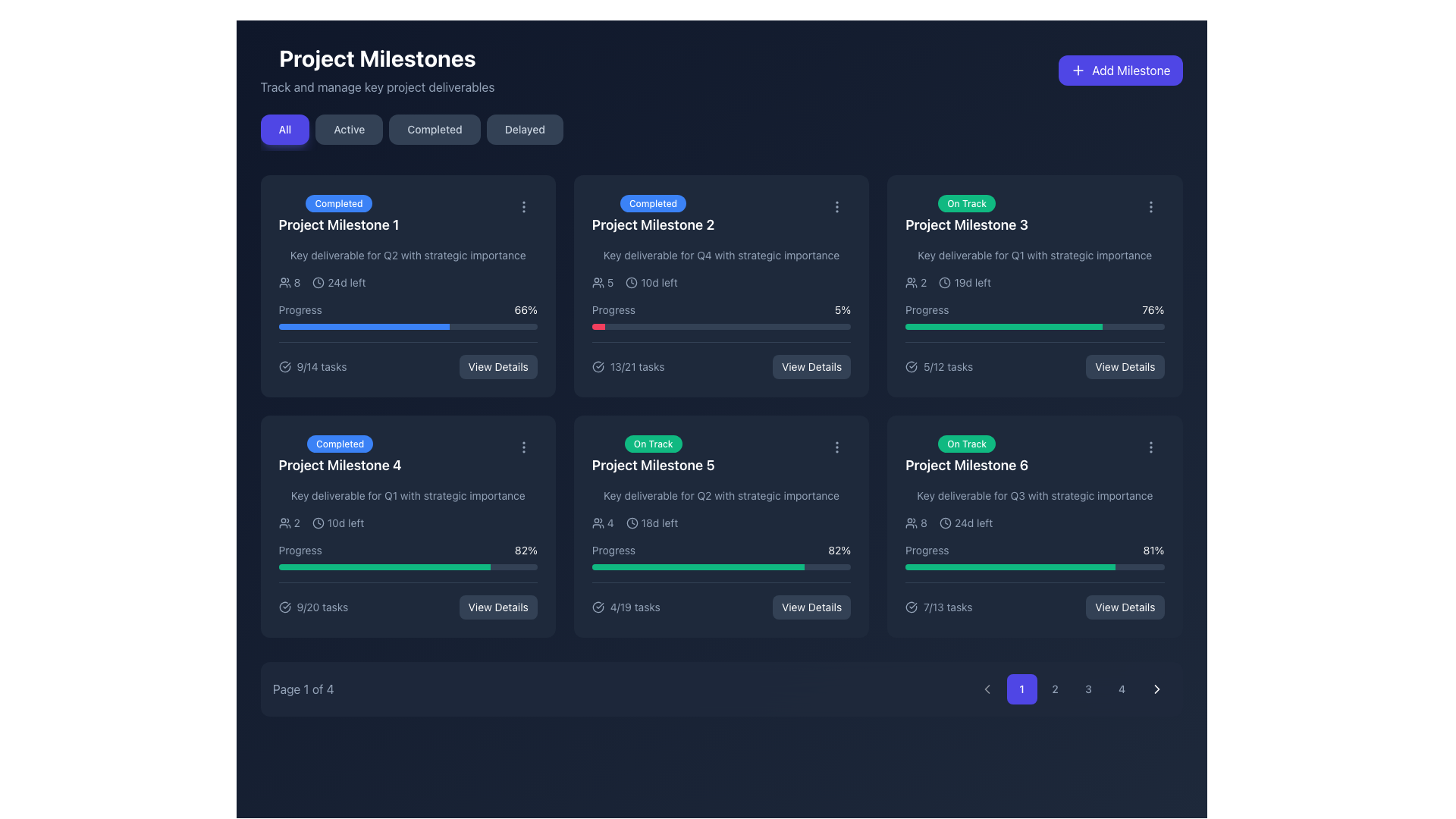 This screenshot has width=1456, height=819. I want to click on the vertical ellipsis icon button located in the top-right corner of the 'Project Milestone 6' panel, so click(1150, 447).